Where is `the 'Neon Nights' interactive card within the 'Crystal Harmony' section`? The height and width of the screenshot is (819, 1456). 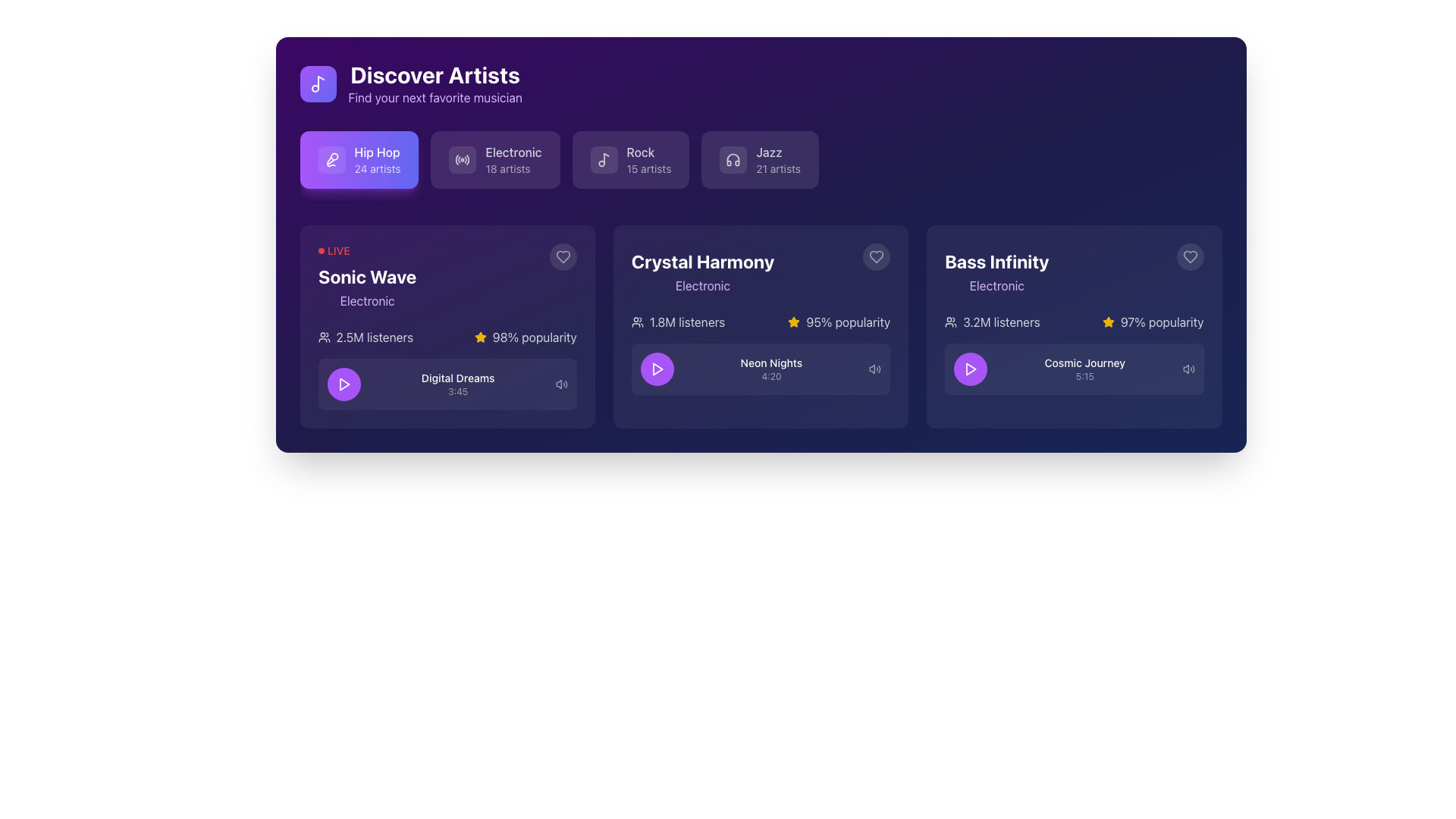
the 'Neon Nights' interactive card within the 'Crystal Harmony' section is located at coordinates (761, 353).